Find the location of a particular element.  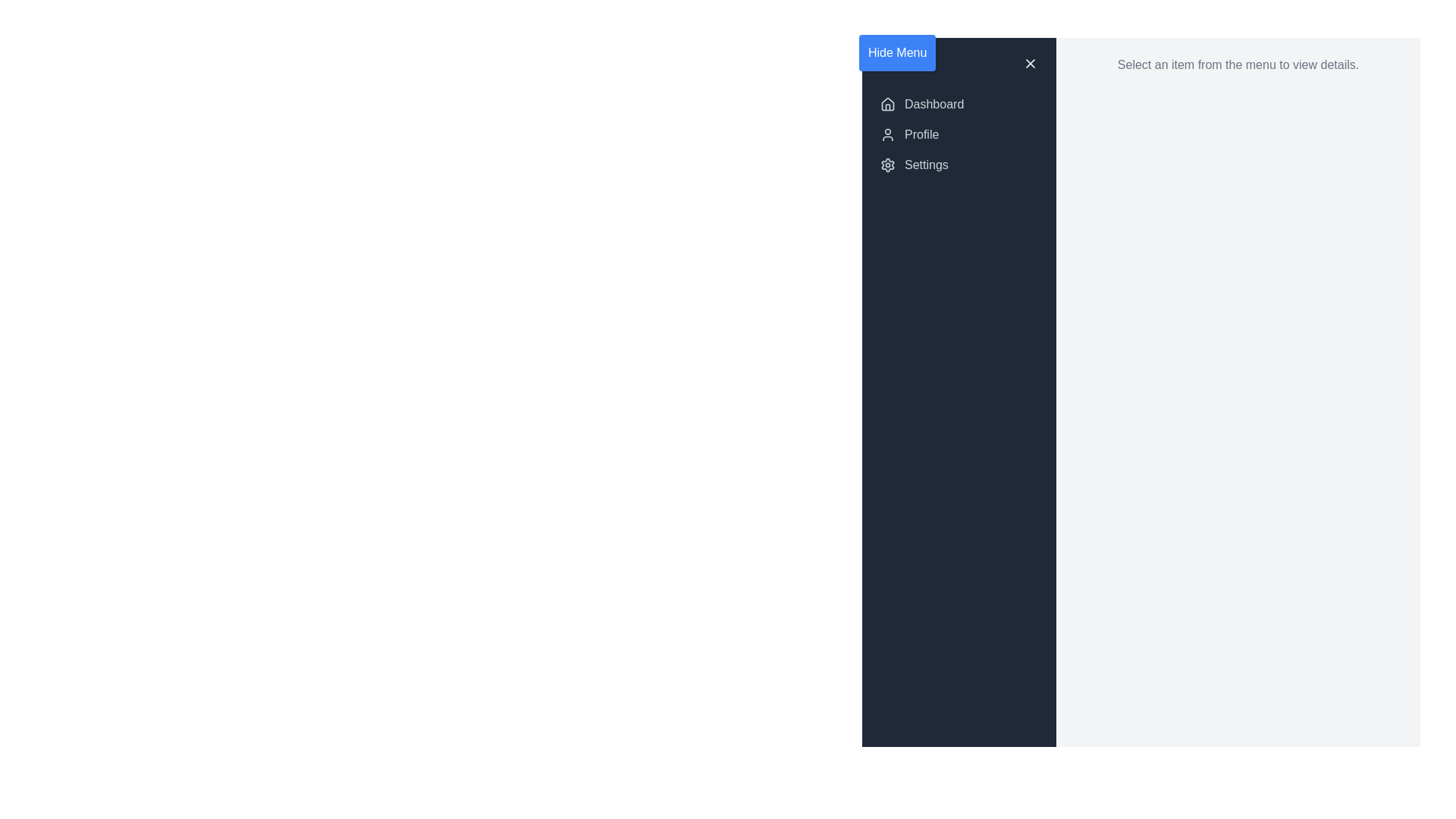

the 'Settings' text label in the vertical navigation bar is located at coordinates (925, 165).